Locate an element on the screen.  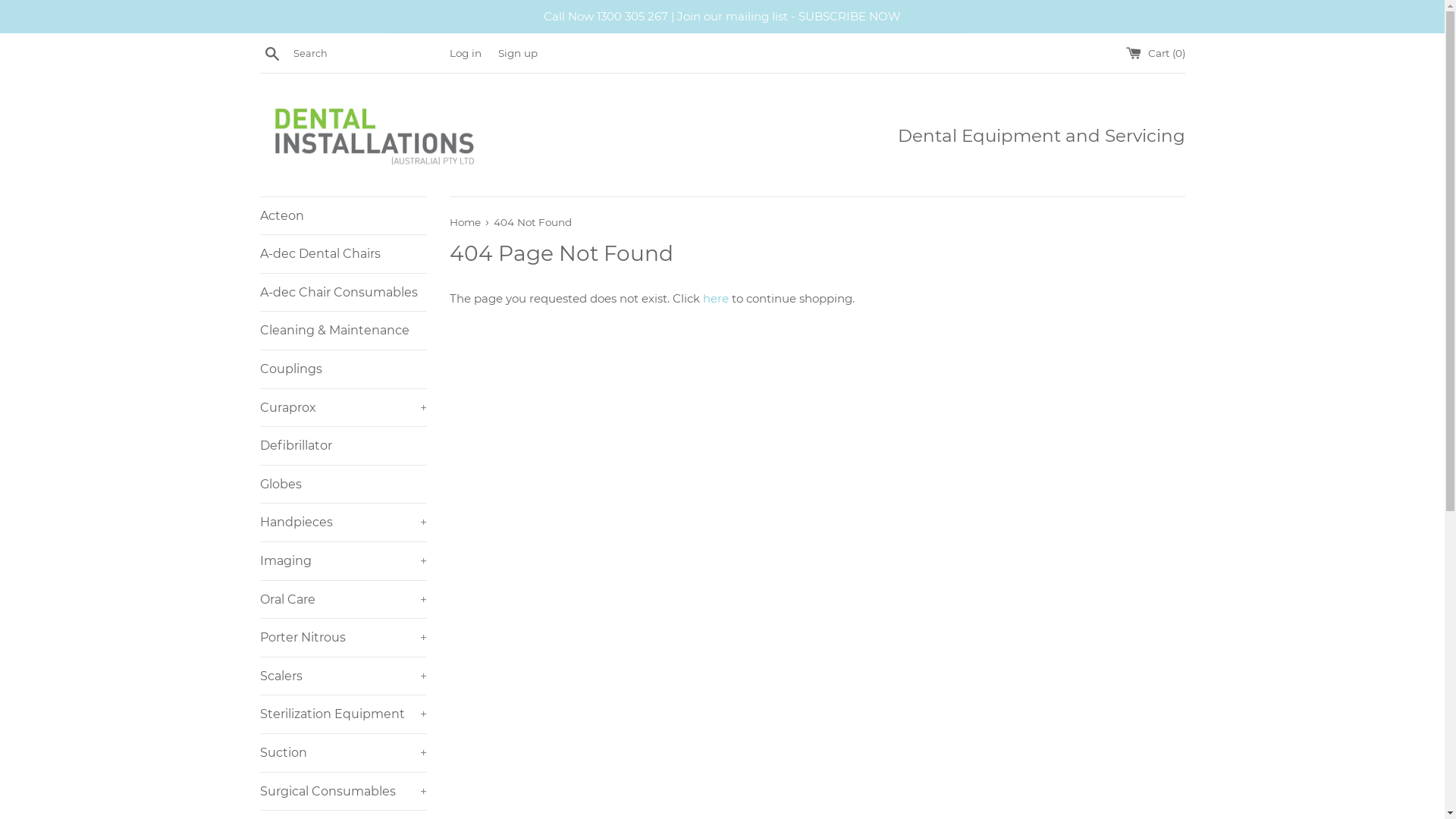
'Cleaning & Maintenance' is located at coordinates (341, 329).